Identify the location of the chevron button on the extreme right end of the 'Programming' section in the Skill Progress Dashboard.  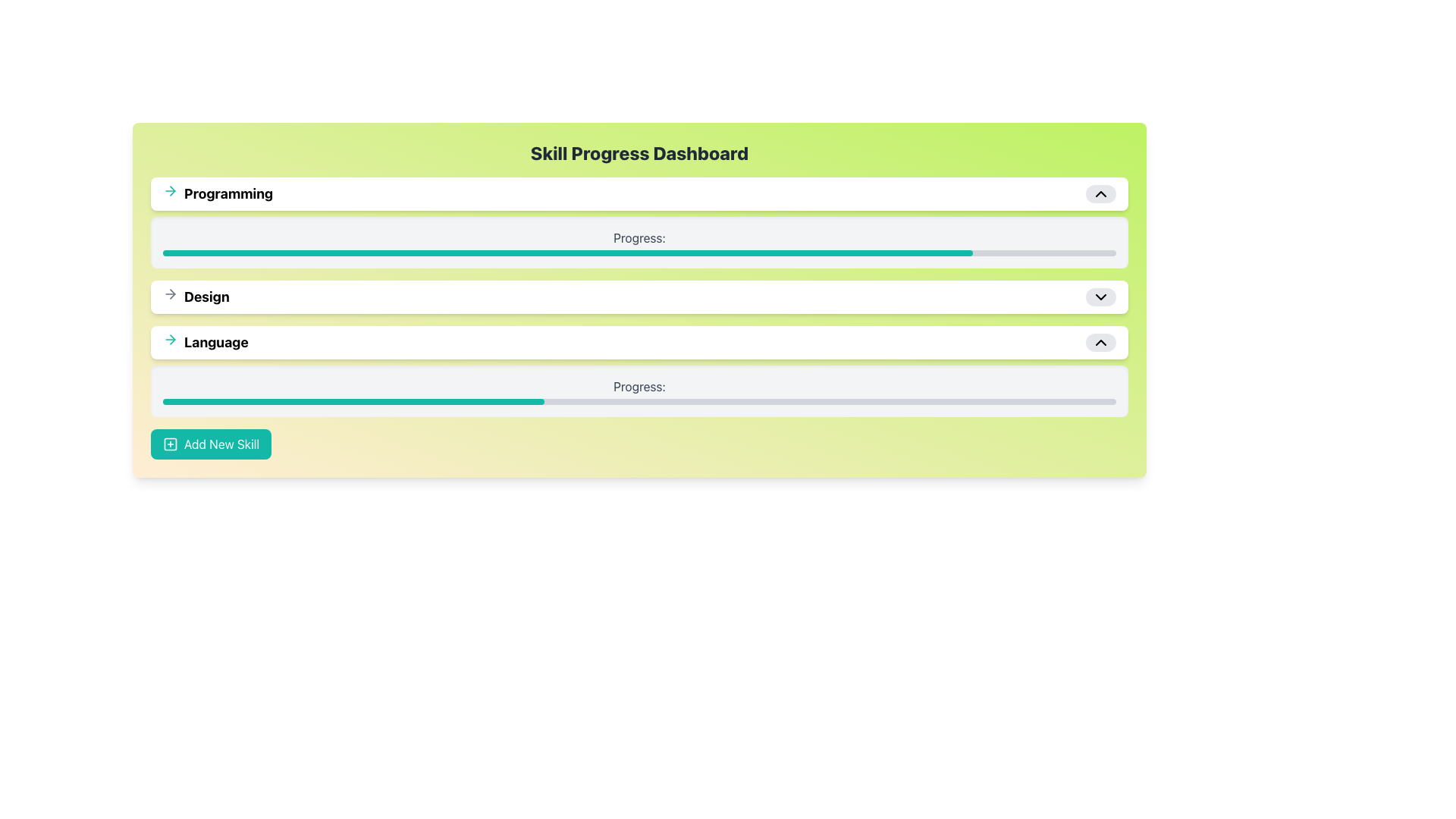
(1100, 193).